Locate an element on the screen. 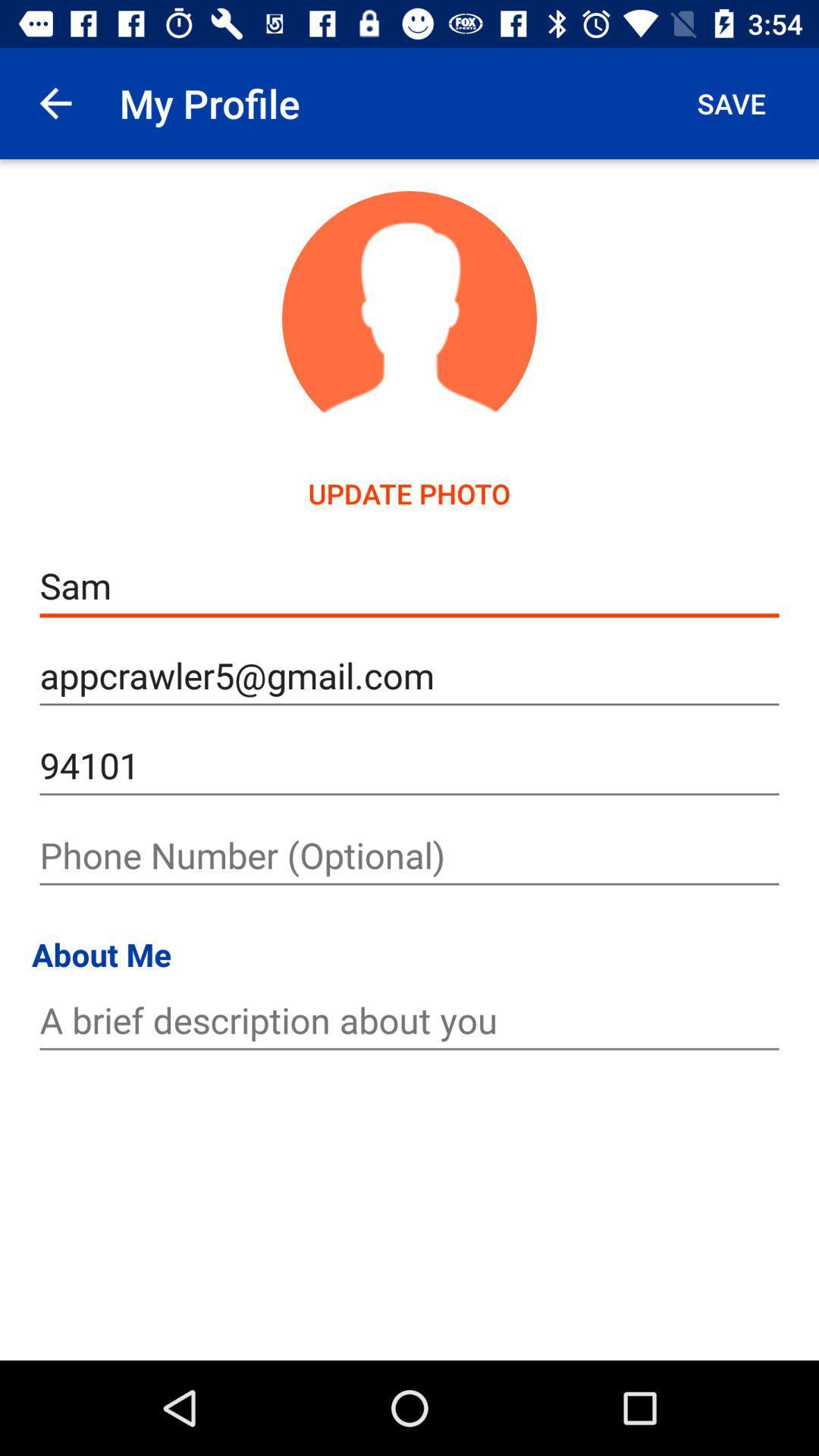 The image size is (819, 1456). phone number entry is located at coordinates (409, 855).